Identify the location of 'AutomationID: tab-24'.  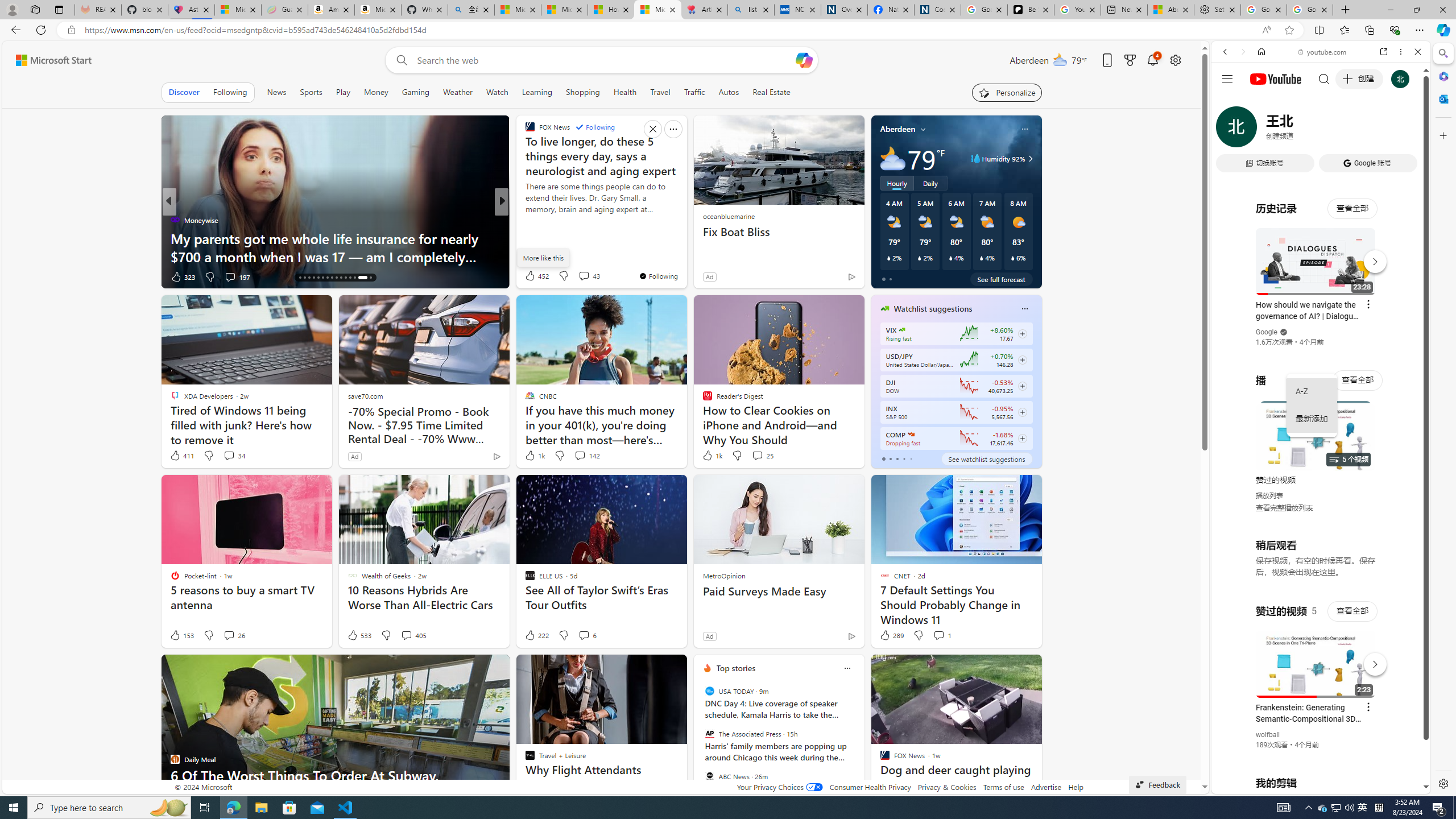
(336, 277).